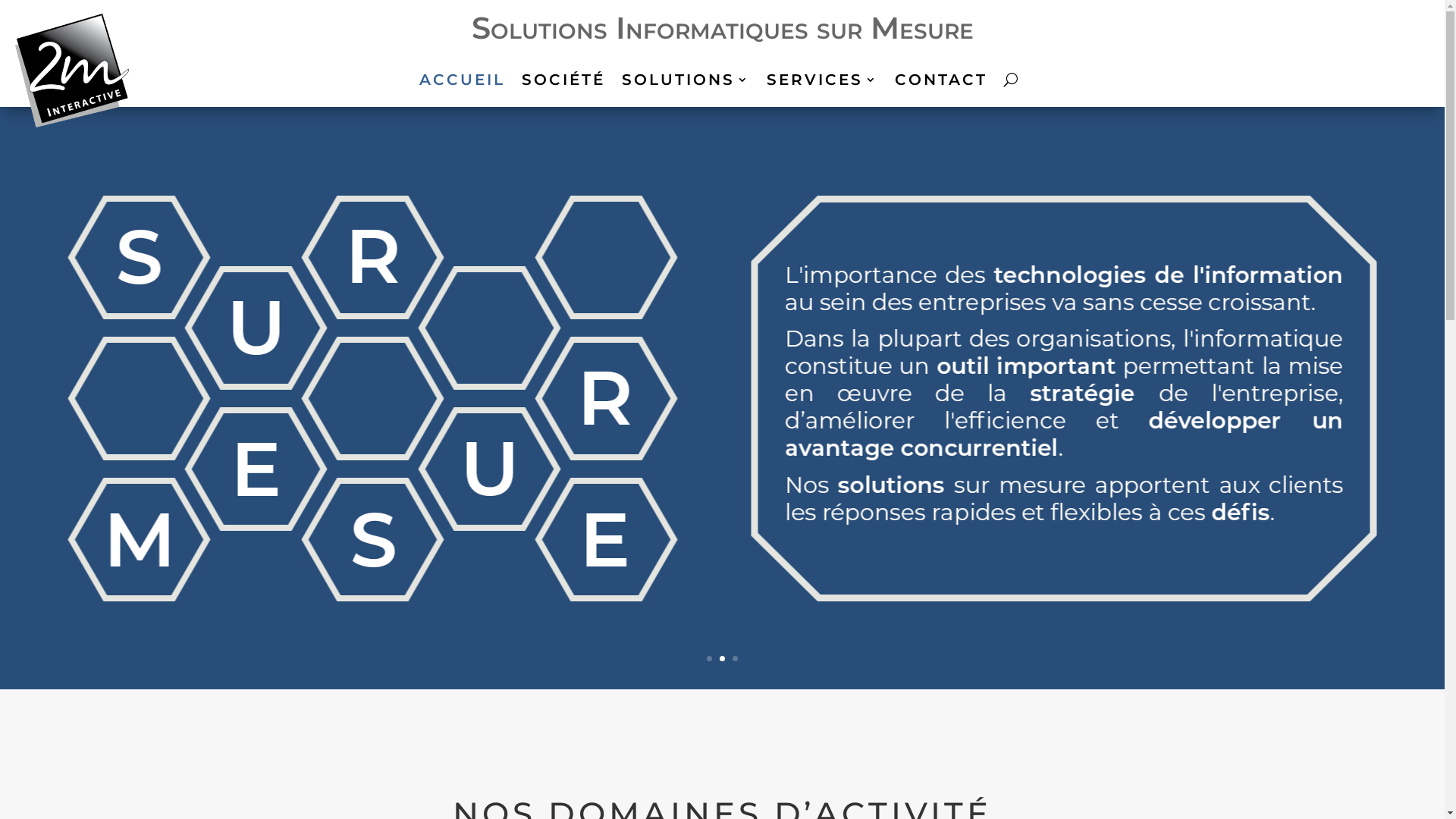 The width and height of the screenshot is (1456, 819). Describe the element at coordinates (735, 657) in the screenshot. I see `'3'` at that location.